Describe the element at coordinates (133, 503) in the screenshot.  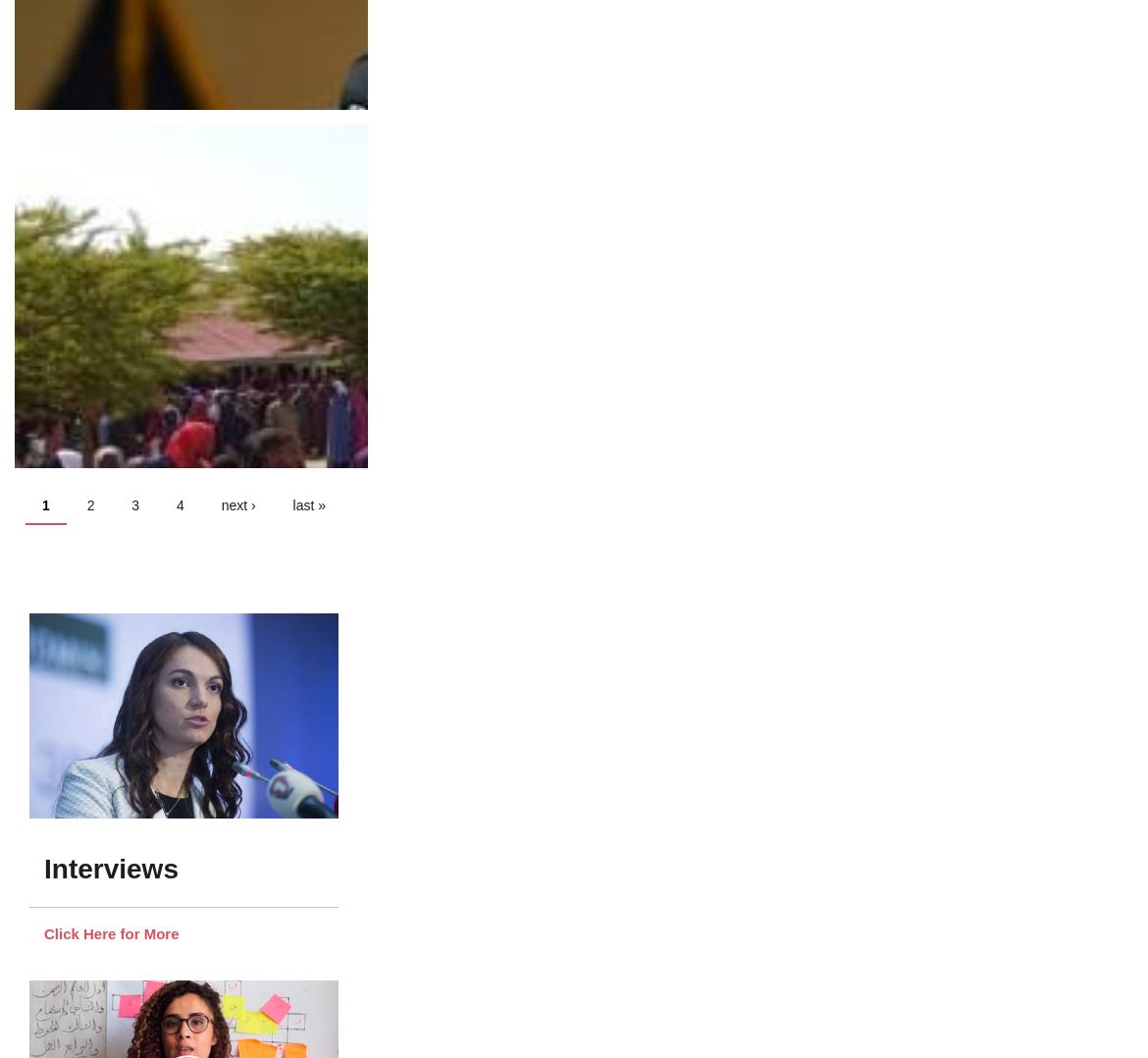
I see `'3'` at that location.